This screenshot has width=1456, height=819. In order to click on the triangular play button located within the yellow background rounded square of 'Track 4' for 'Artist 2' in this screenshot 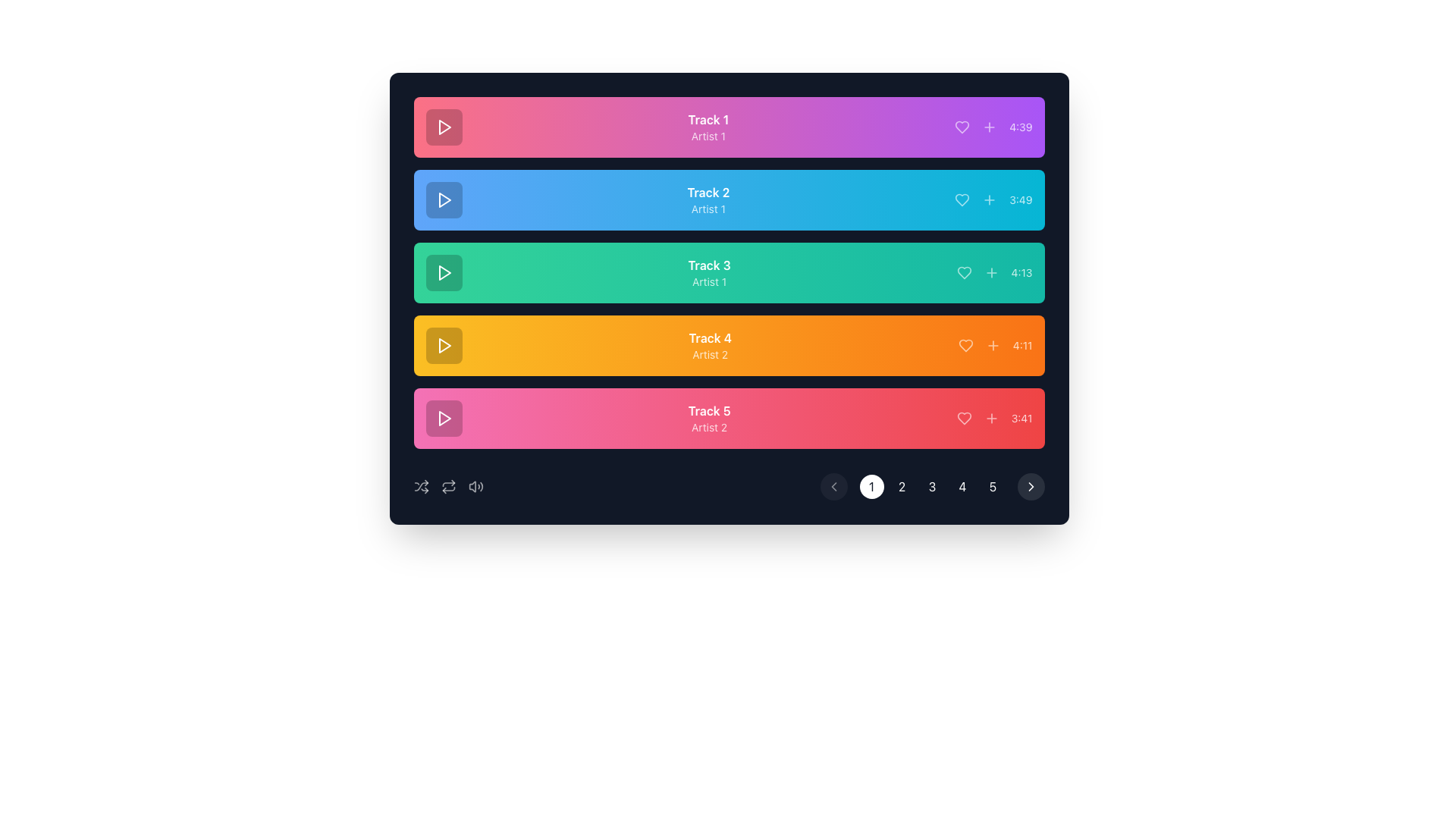, I will do `click(443, 345)`.